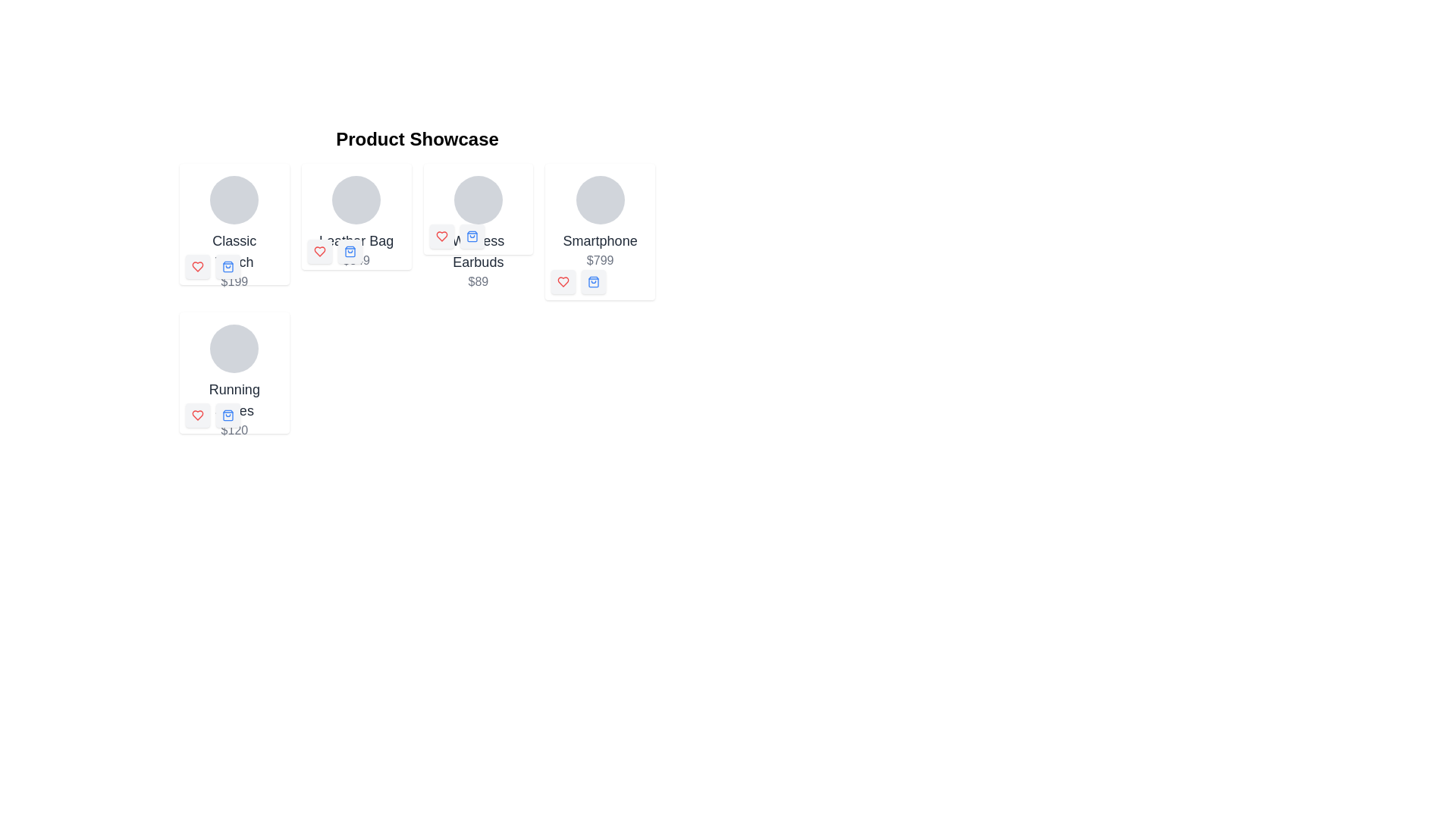 The image size is (1456, 819). What do you see at coordinates (356, 222) in the screenshot?
I see `the Product Display Card, which is the second card in the horizontal list of product cards in the 'Product Showcase' section` at bounding box center [356, 222].